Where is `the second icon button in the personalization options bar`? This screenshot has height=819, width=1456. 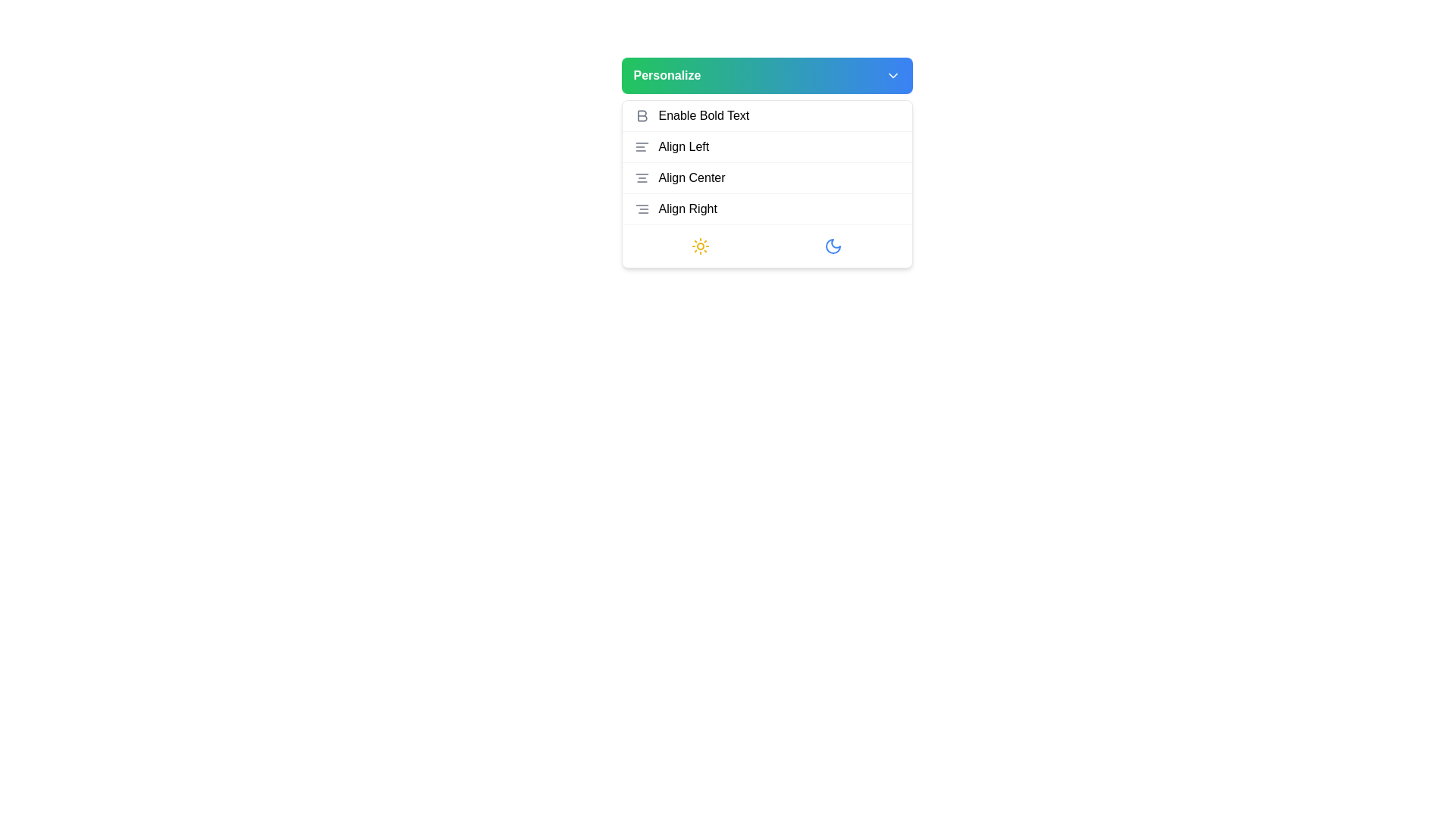
the second icon button in the personalization options bar is located at coordinates (833, 245).